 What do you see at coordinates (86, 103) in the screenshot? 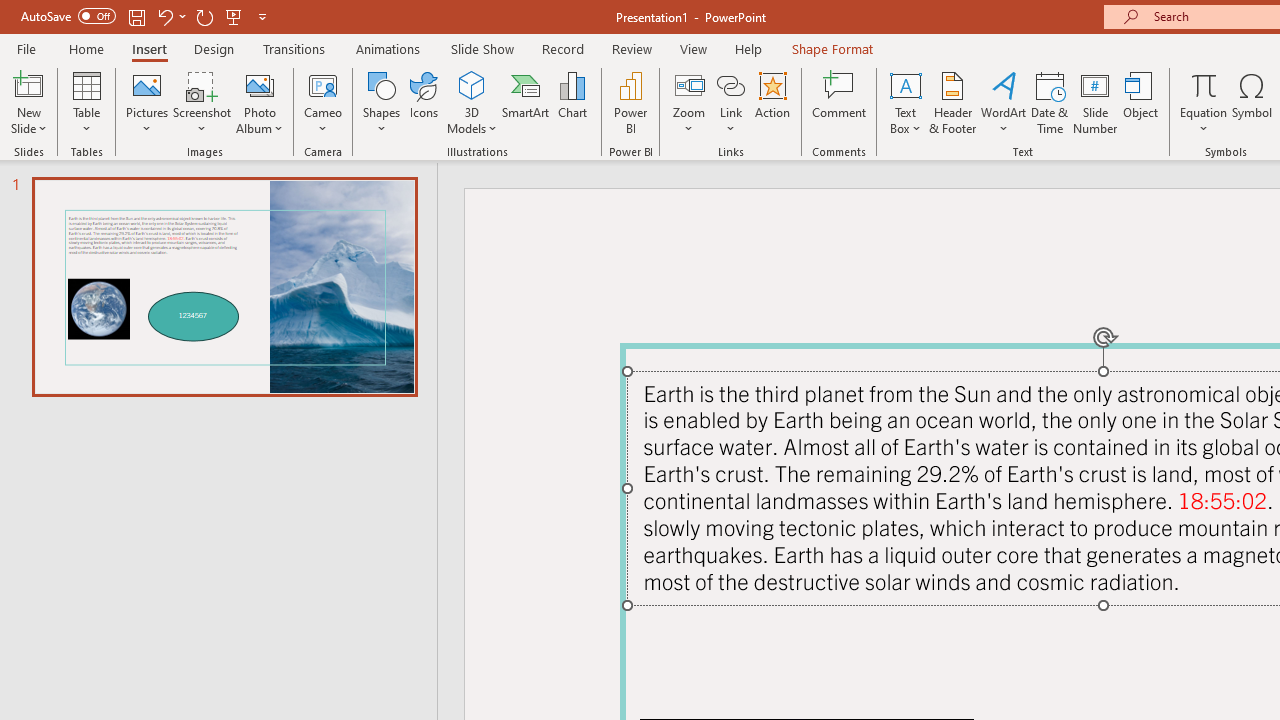
I see `'Table'` at bounding box center [86, 103].